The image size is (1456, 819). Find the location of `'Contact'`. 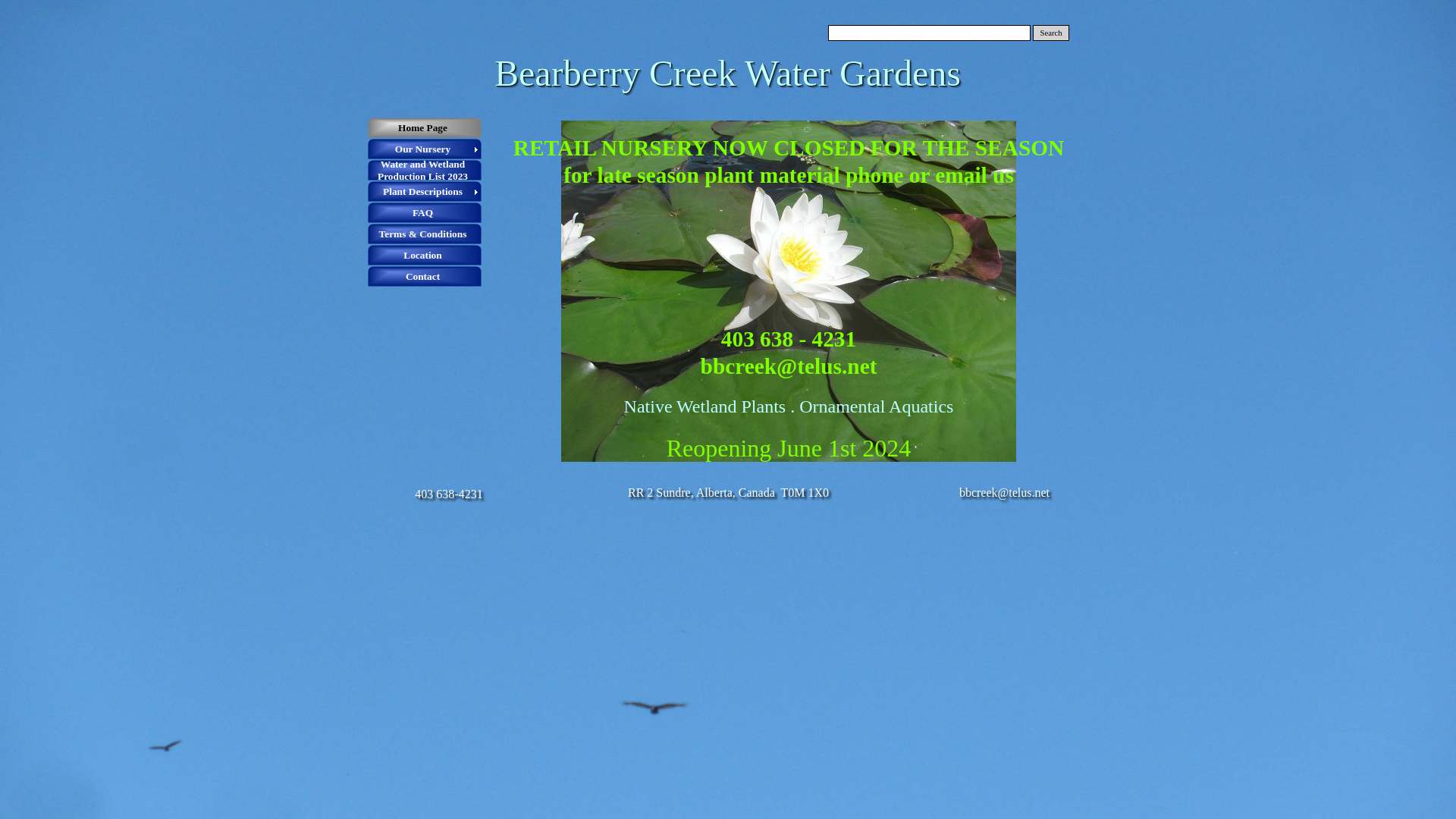

'Contact' is located at coordinates (425, 277).